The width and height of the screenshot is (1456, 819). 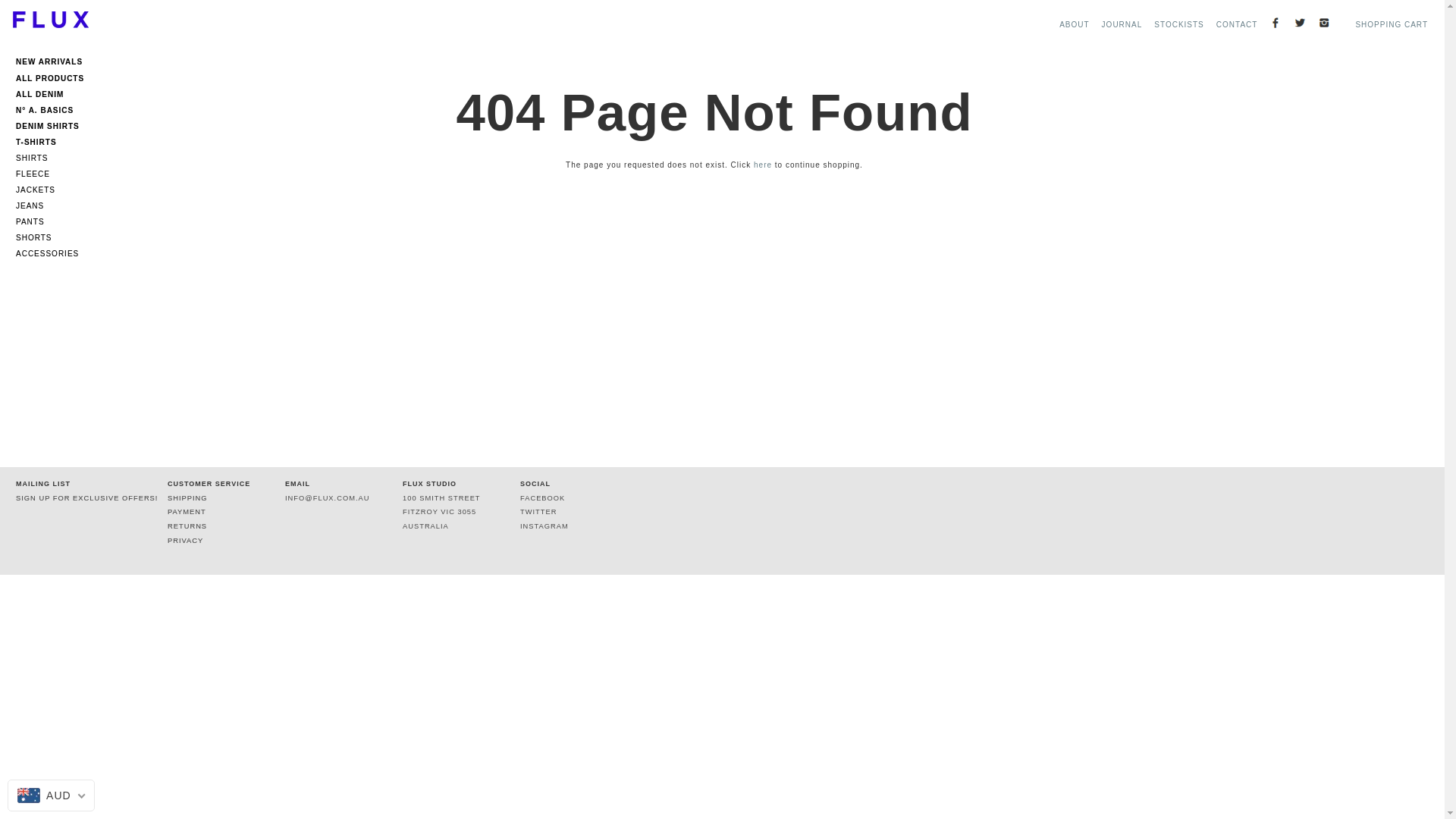 I want to click on 'ALL DENIM', so click(x=15, y=92).